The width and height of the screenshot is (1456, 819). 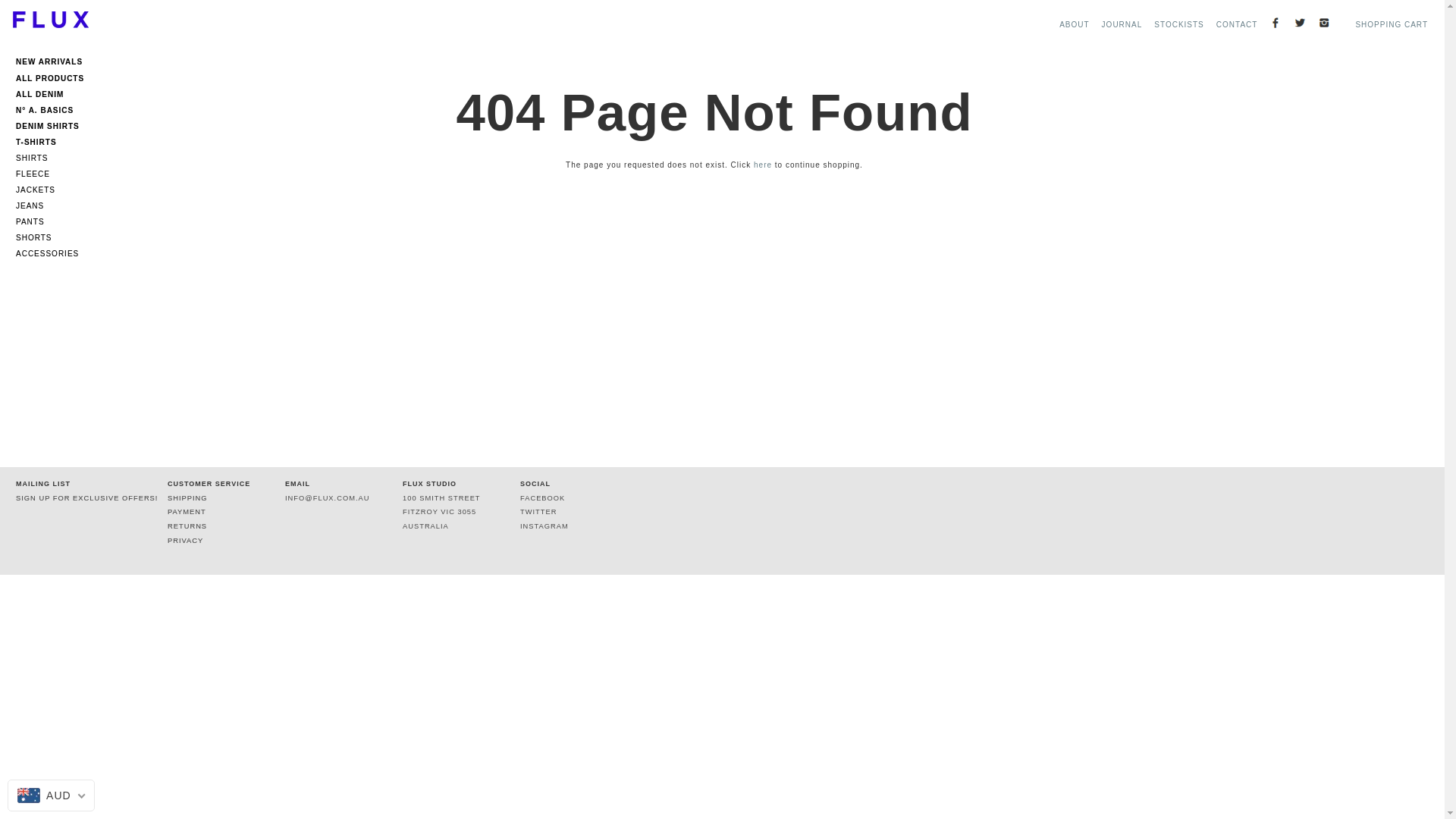 I want to click on 'ALL DENIM', so click(x=15, y=92).